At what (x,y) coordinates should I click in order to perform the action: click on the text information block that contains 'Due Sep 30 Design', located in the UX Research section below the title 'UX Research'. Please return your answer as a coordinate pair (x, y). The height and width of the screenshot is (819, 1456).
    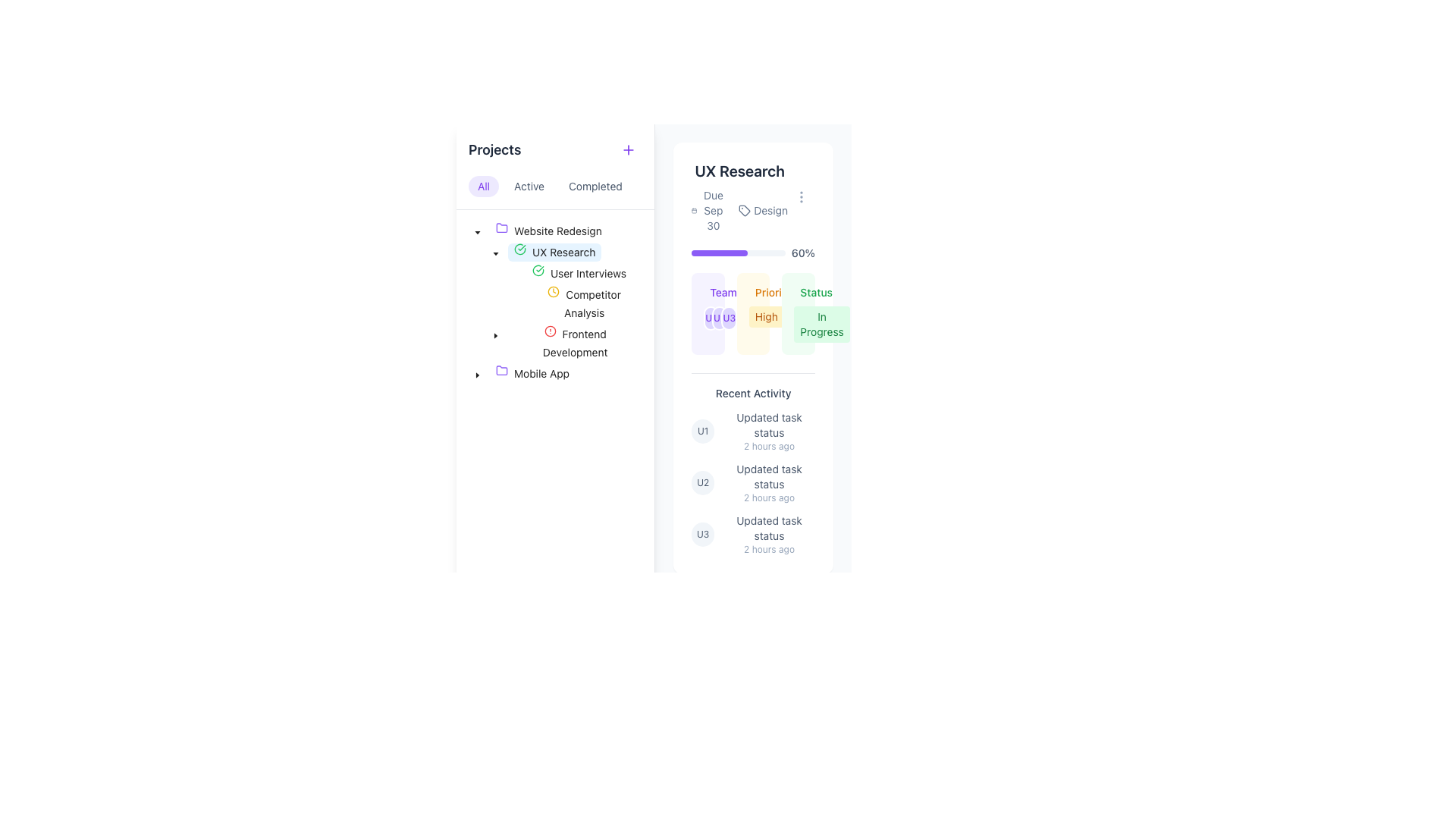
    Looking at the image, I should click on (739, 210).